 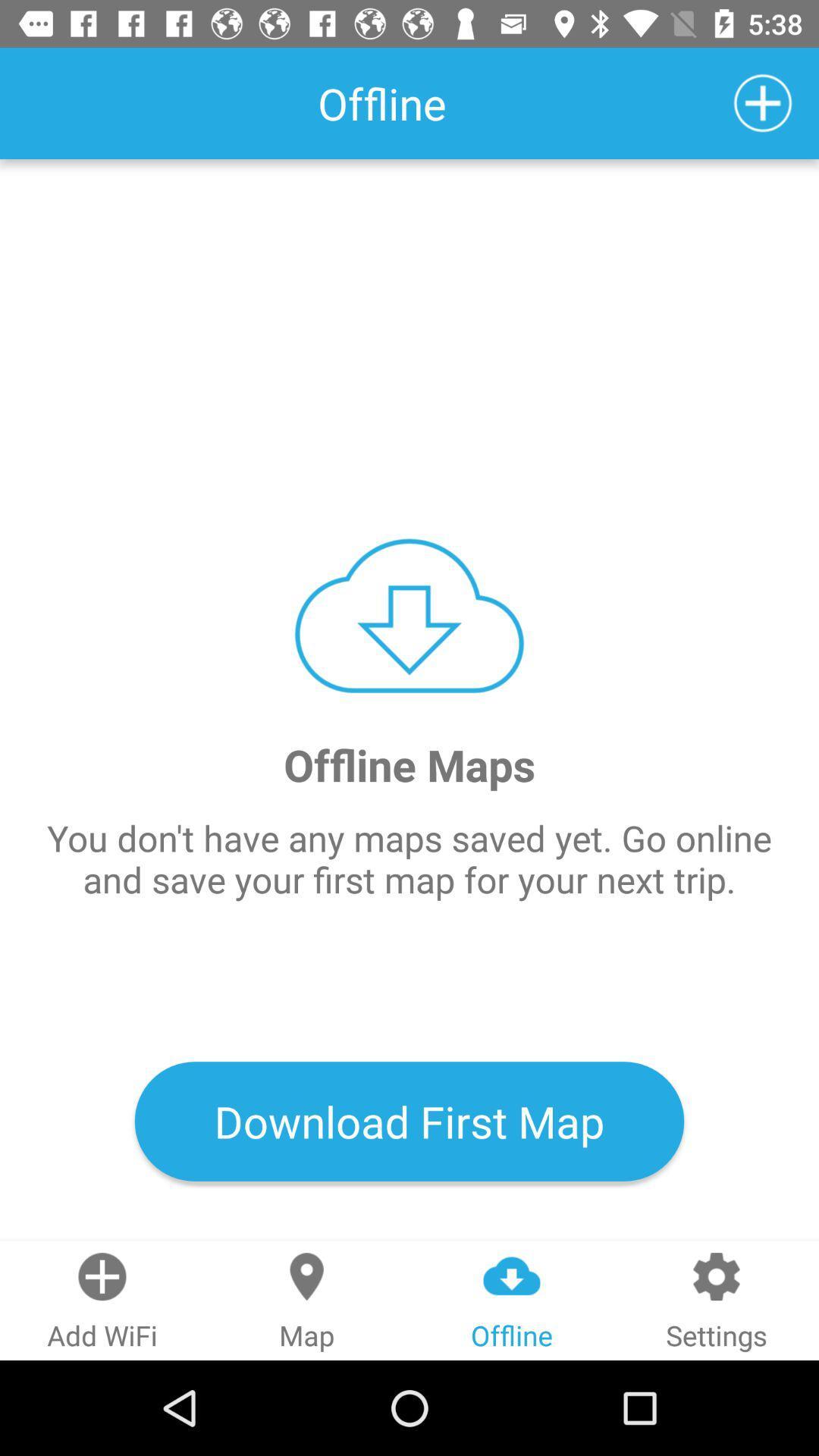 What do you see at coordinates (307, 1300) in the screenshot?
I see `the icon which says map` at bounding box center [307, 1300].